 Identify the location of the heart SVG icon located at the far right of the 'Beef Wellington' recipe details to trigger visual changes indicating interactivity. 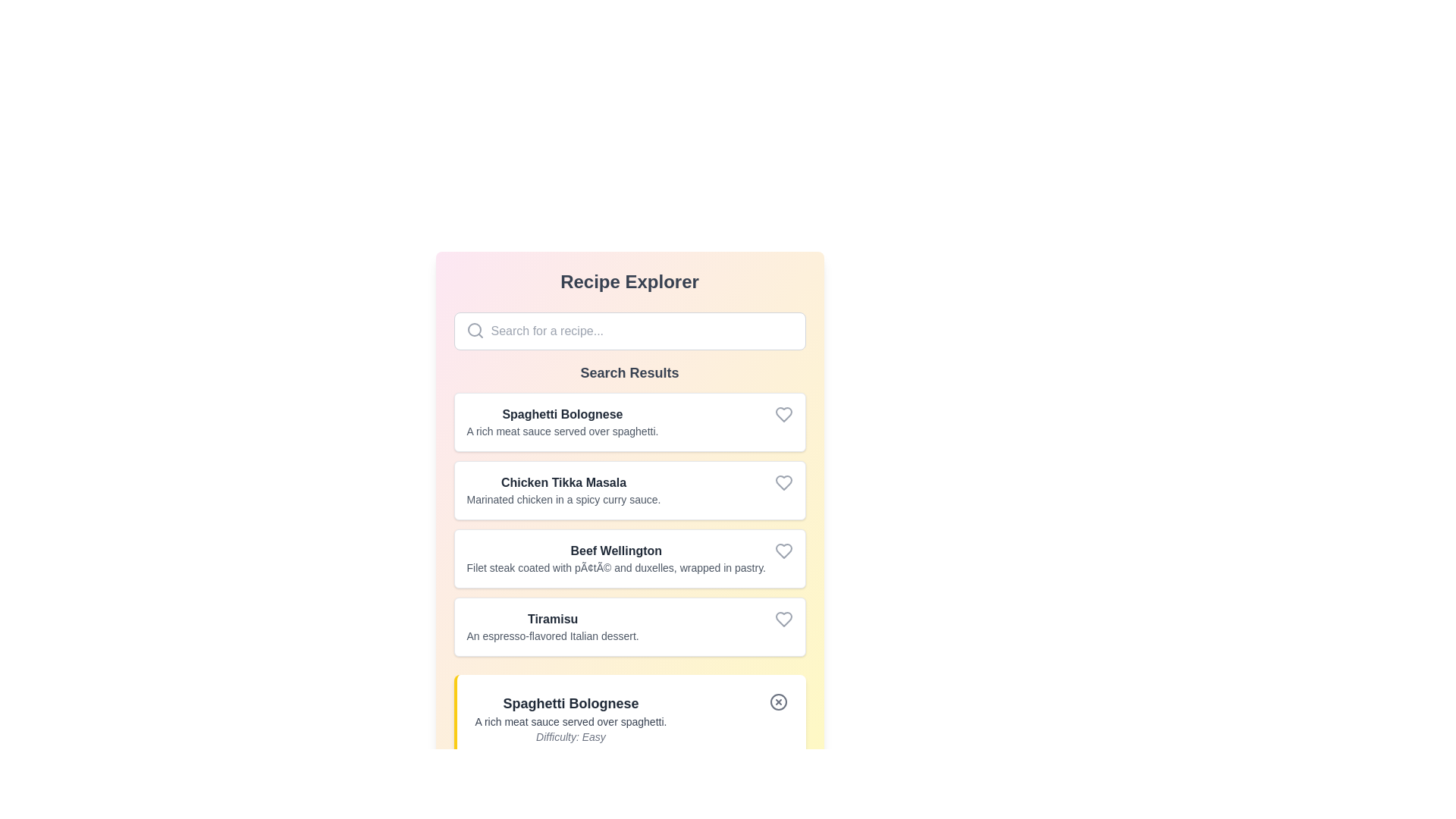
(783, 551).